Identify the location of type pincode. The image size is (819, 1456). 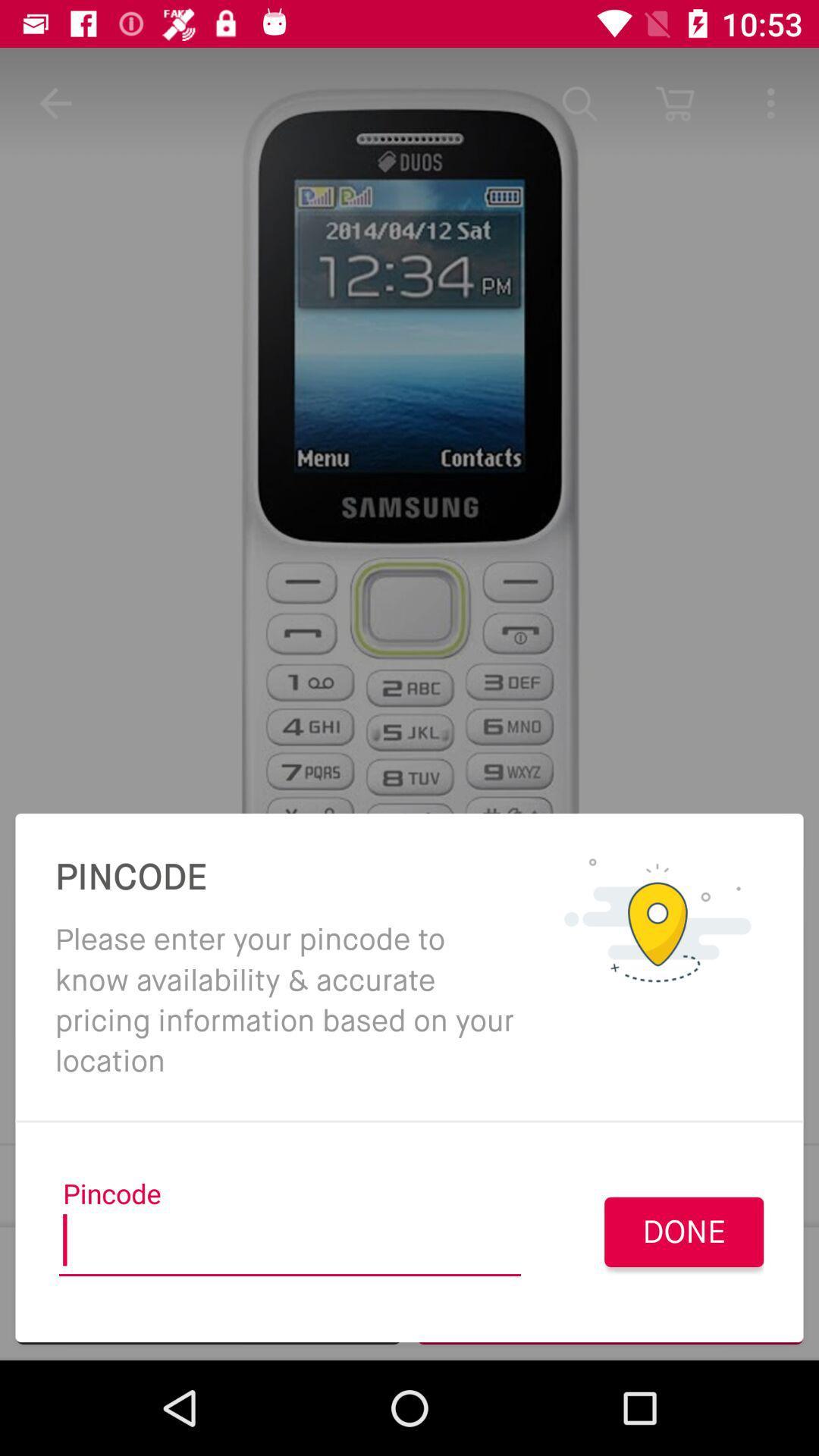
(290, 1245).